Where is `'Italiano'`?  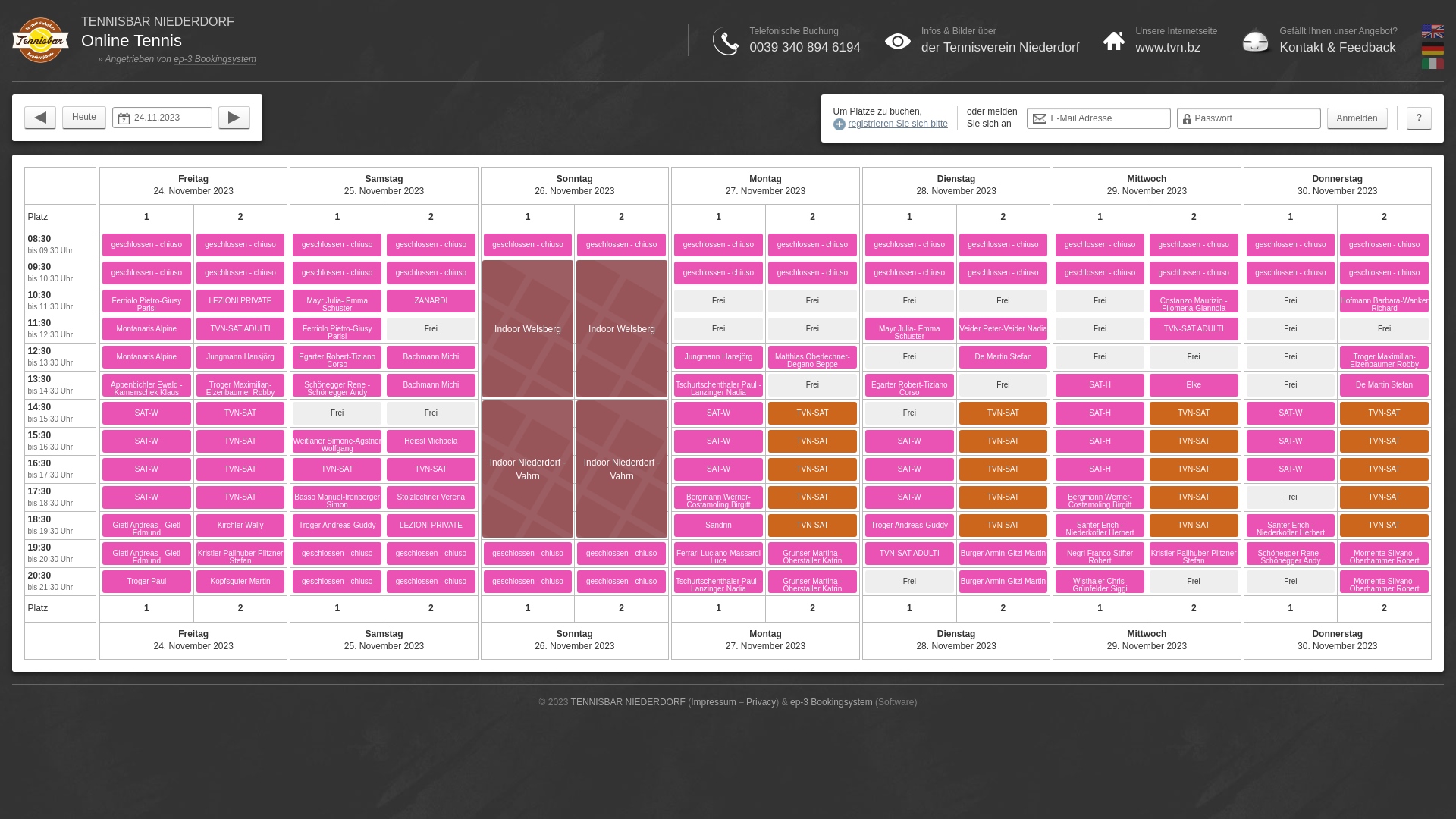 'Italiano' is located at coordinates (1432, 70).